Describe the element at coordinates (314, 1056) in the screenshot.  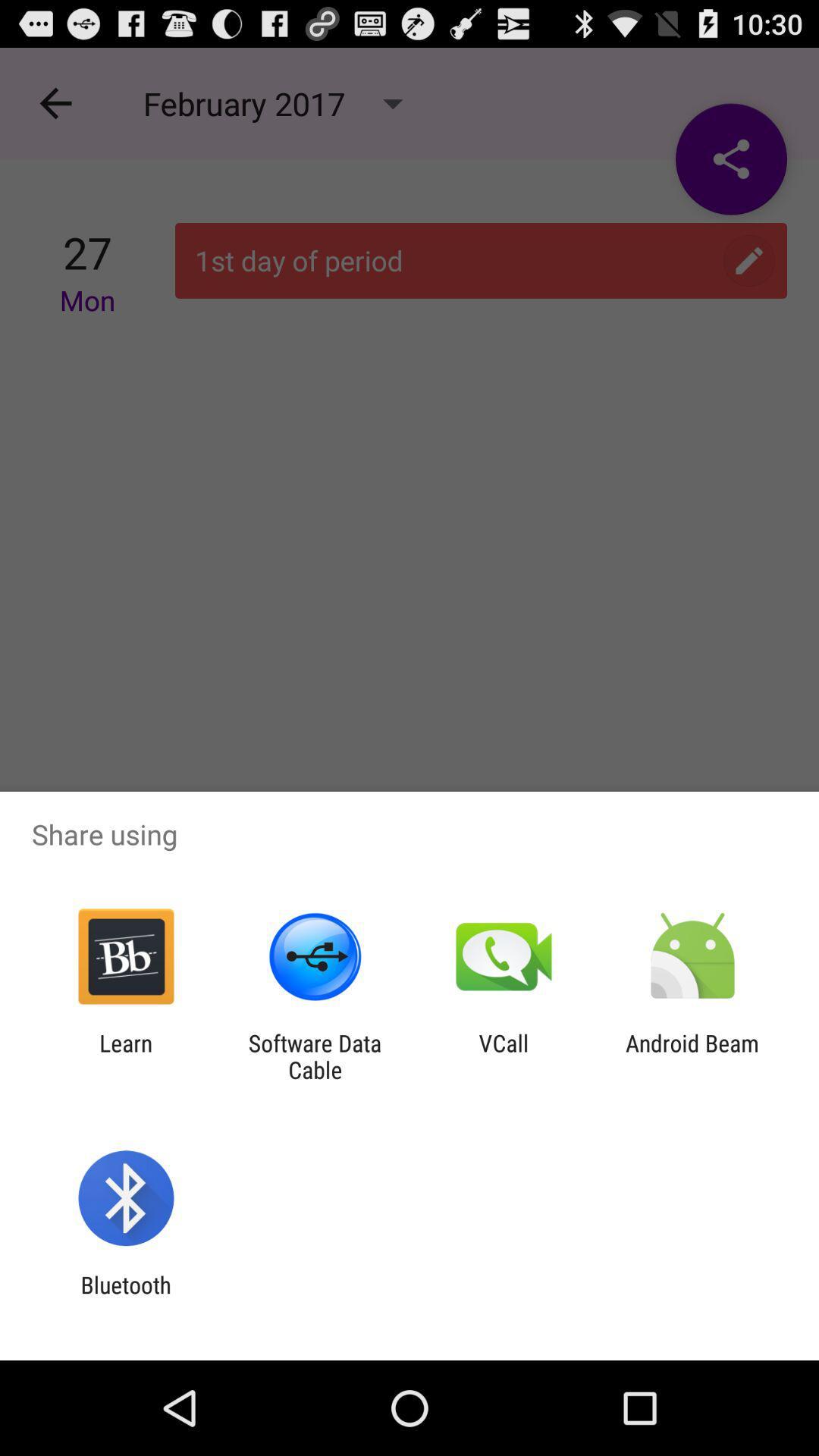
I see `the item next to the vcall item` at that location.